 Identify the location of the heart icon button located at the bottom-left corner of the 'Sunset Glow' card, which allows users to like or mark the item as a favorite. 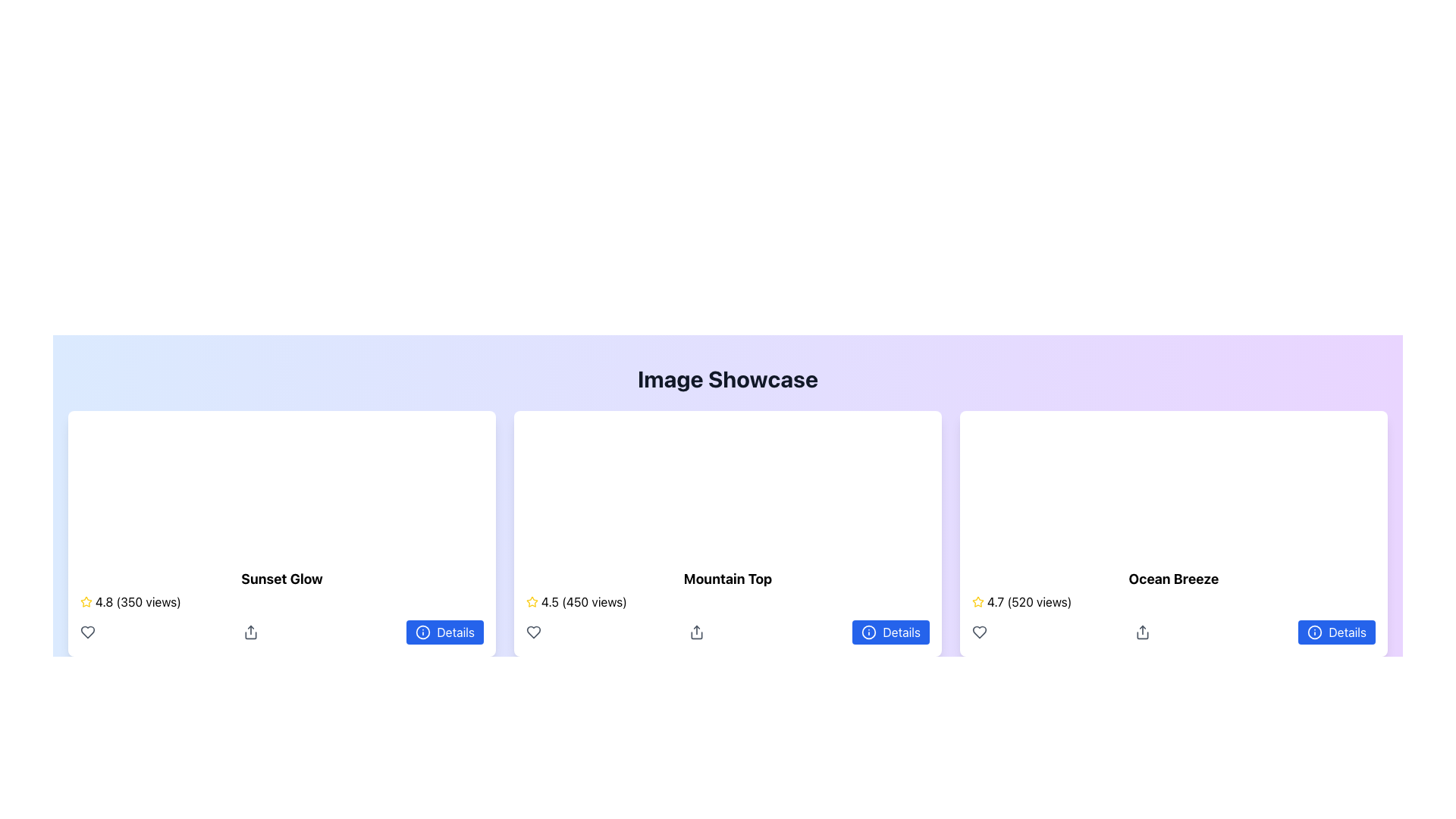
(86, 632).